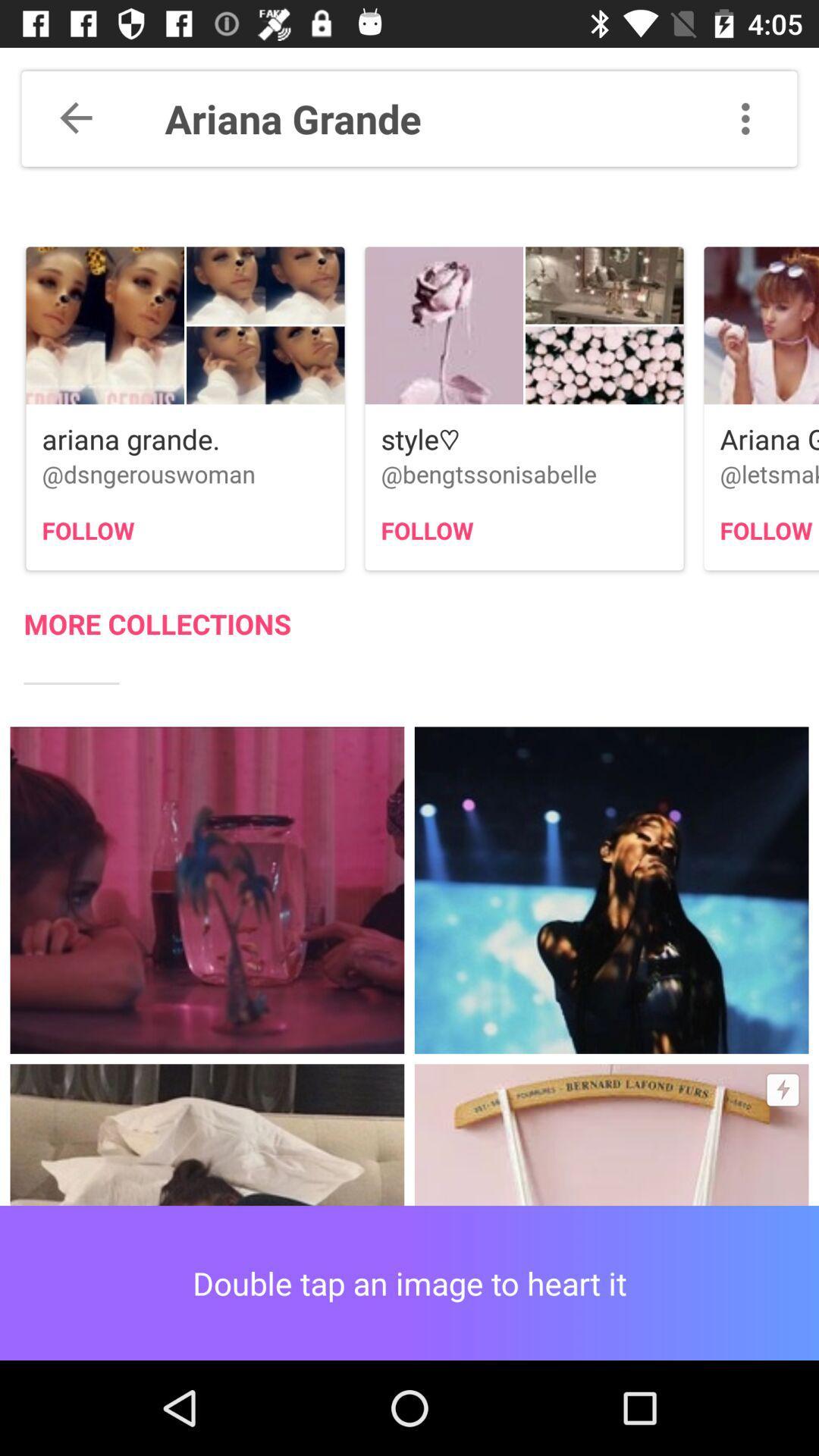 The height and width of the screenshot is (1456, 819). I want to click on the image below three dots, so click(761, 325).